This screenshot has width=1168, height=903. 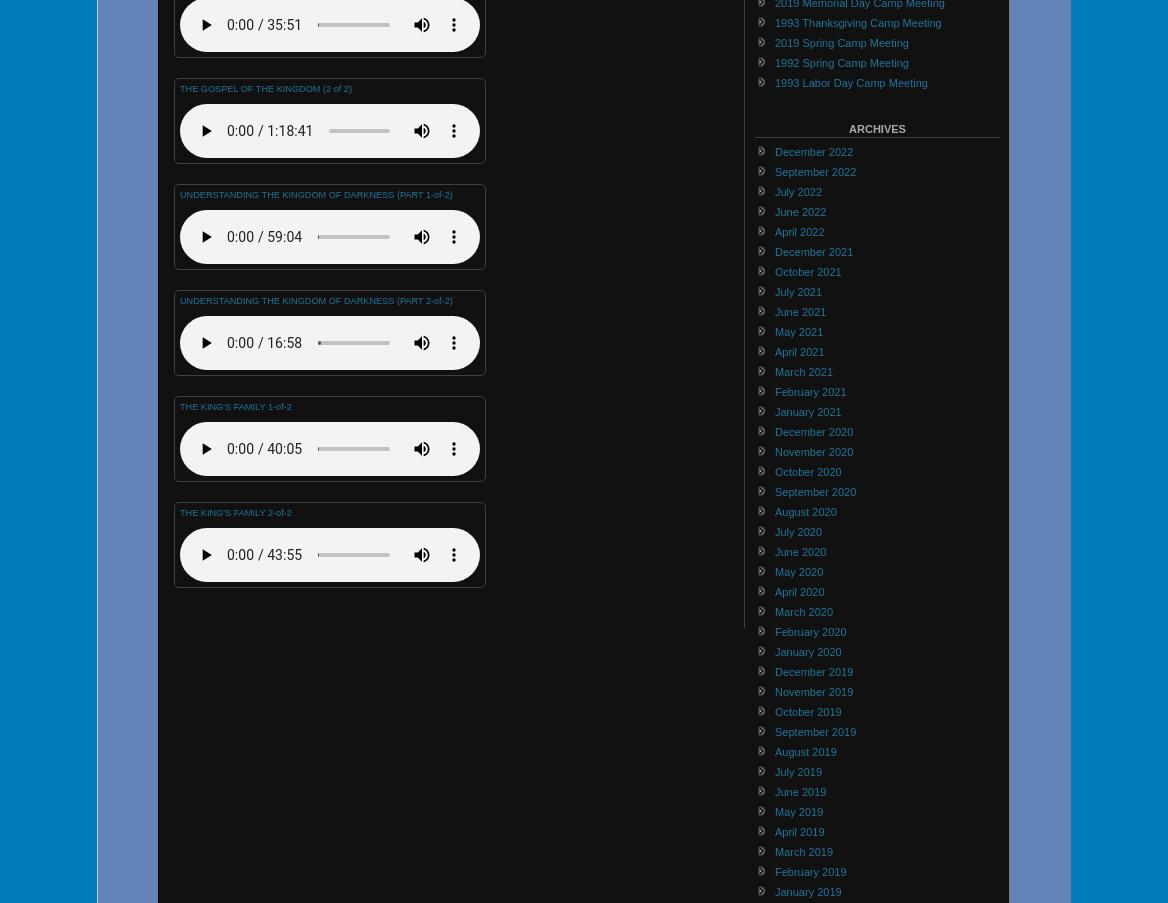 What do you see at coordinates (315, 194) in the screenshot?
I see `'UNDERSTANDING THE KINGDOM OF DARKNESS (PART 1-of-2)'` at bounding box center [315, 194].